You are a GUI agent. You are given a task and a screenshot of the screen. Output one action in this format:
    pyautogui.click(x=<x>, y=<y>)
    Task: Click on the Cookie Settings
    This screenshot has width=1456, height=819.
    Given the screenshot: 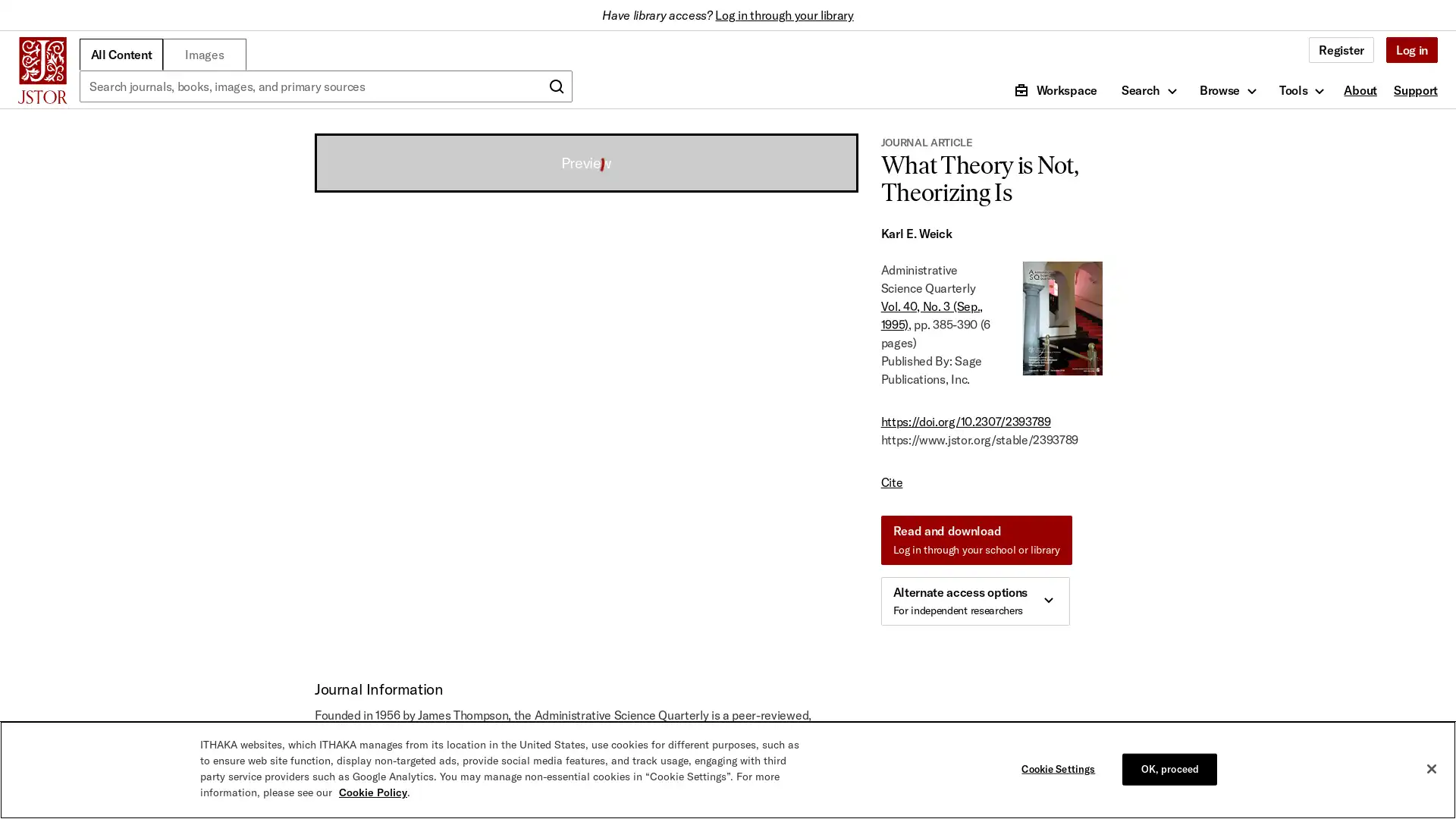 What is the action you would take?
    pyautogui.click(x=1061, y=769)
    